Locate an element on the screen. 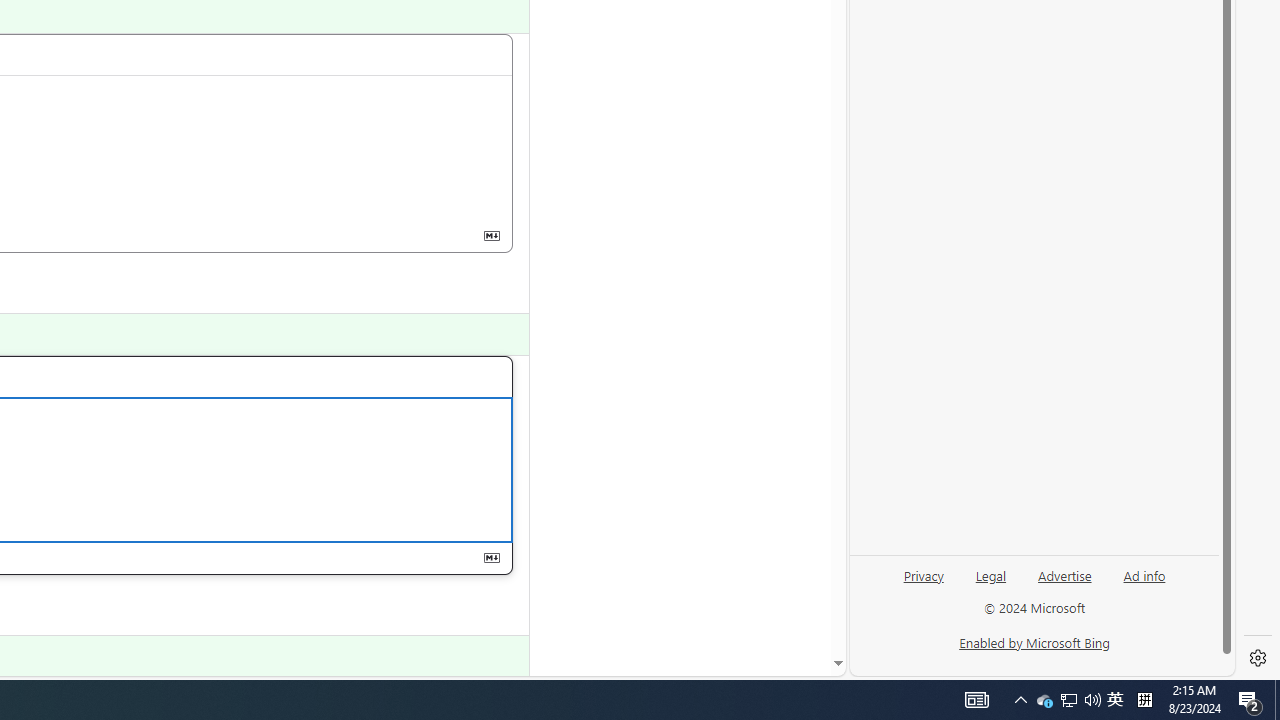 The height and width of the screenshot is (720, 1280). 'Ad info' is located at coordinates (1144, 574).